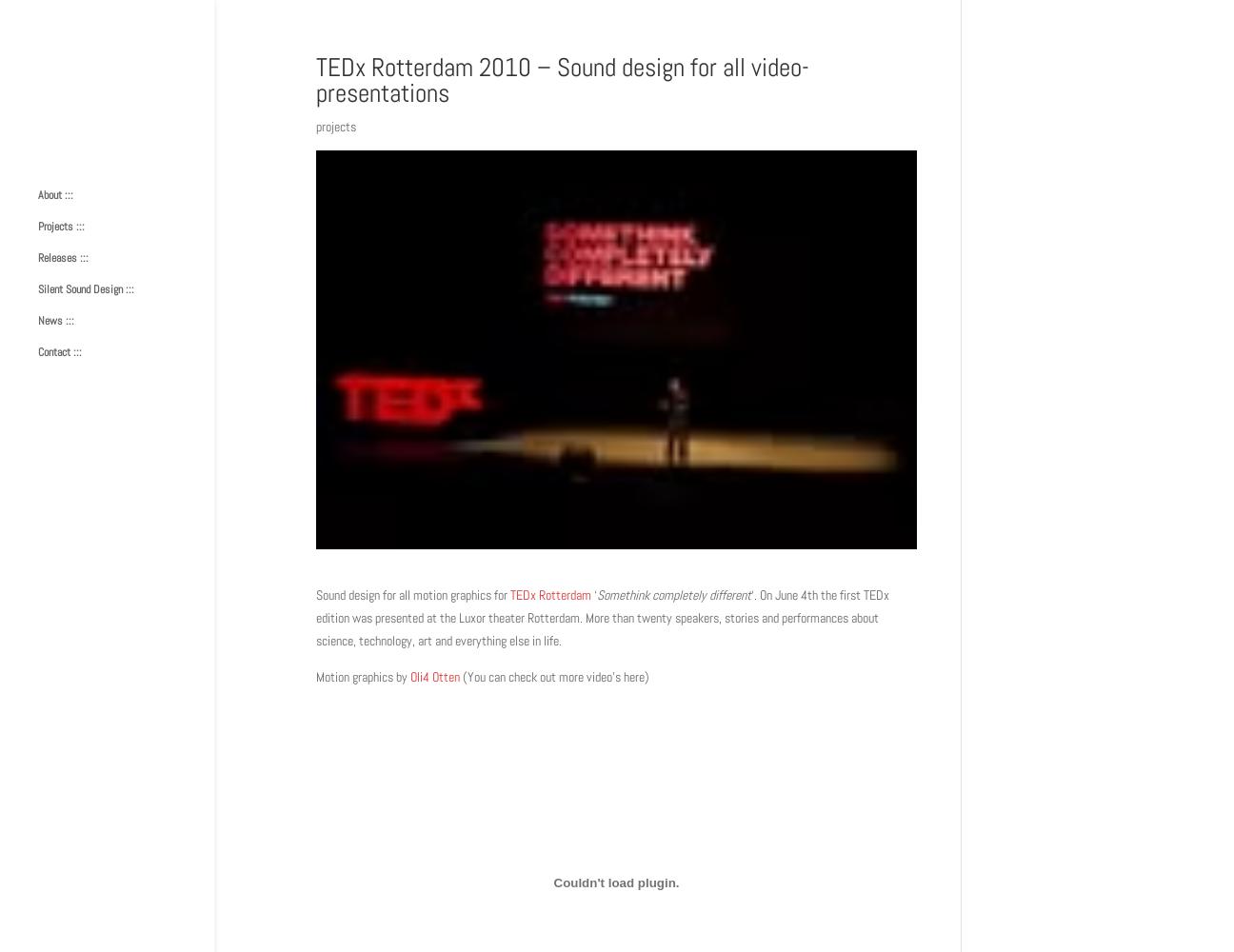 The height and width of the screenshot is (952, 1234). What do you see at coordinates (597, 595) in the screenshot?
I see `'Somethink completely different'` at bounding box center [597, 595].